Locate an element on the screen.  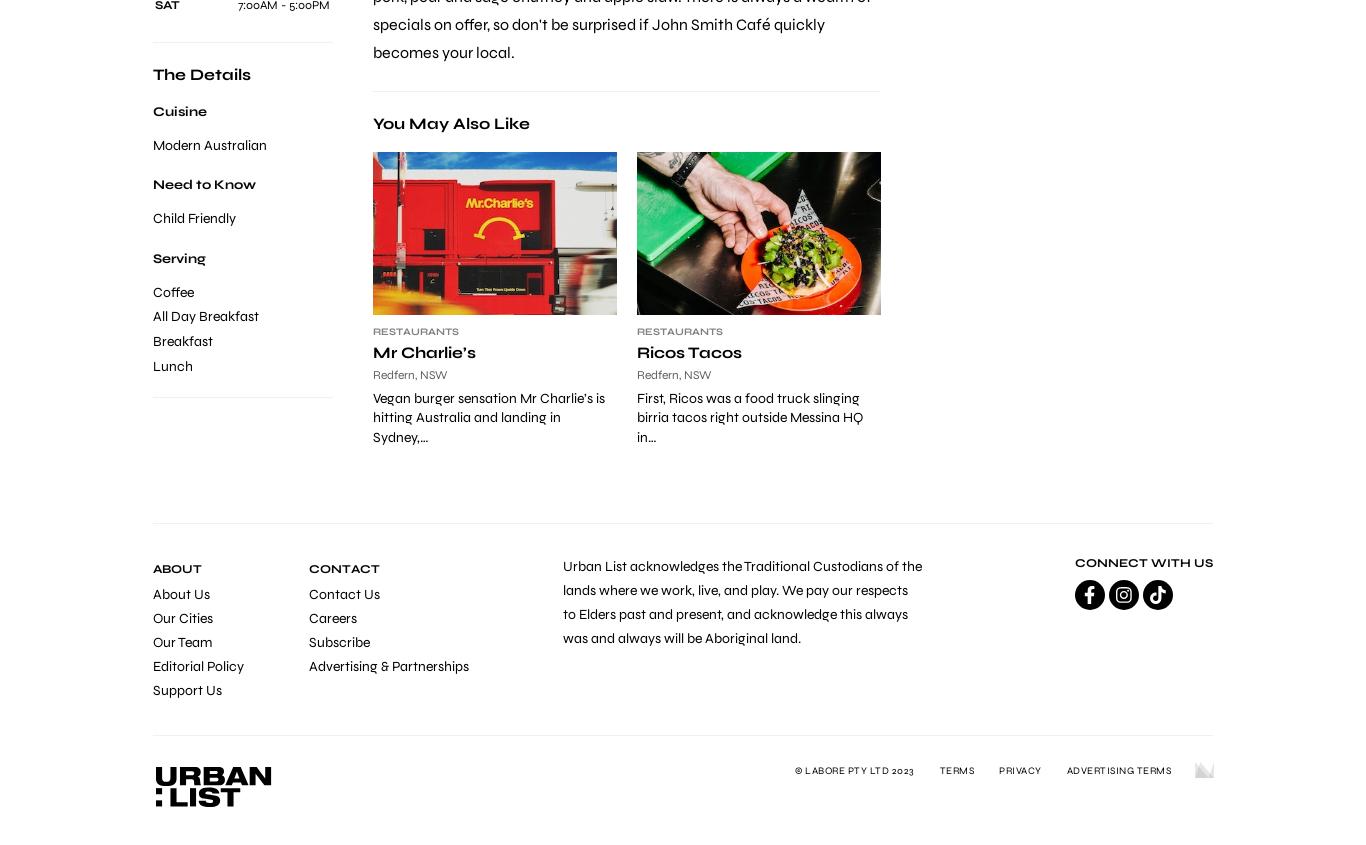
'Terms' is located at coordinates (956, 770).